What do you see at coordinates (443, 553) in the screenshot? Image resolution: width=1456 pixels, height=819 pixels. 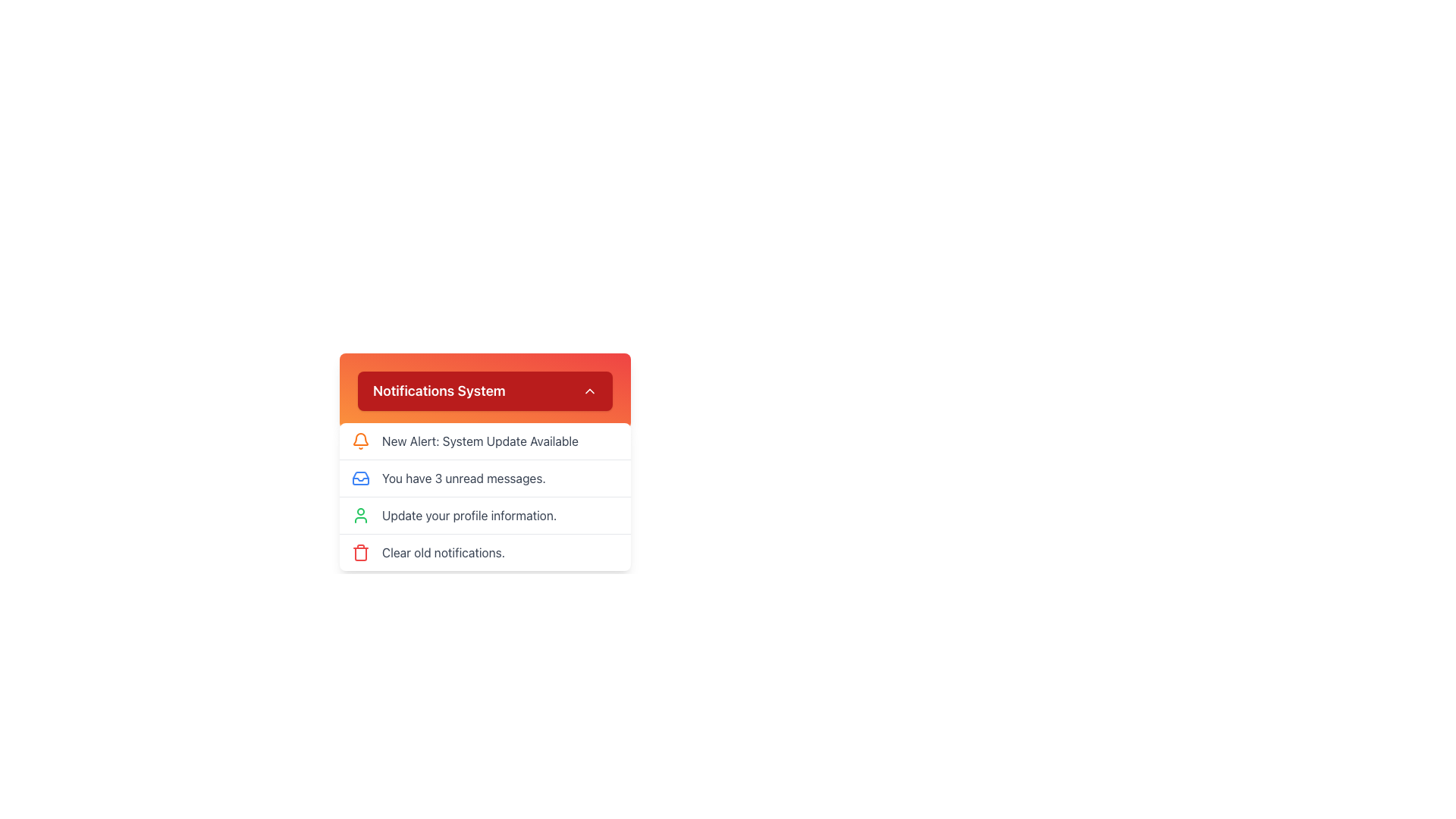 I see `the descriptive label for clearing old notifications located in the dropdown menu under the 'Notifications System' header, which is the last item in the list` at bounding box center [443, 553].